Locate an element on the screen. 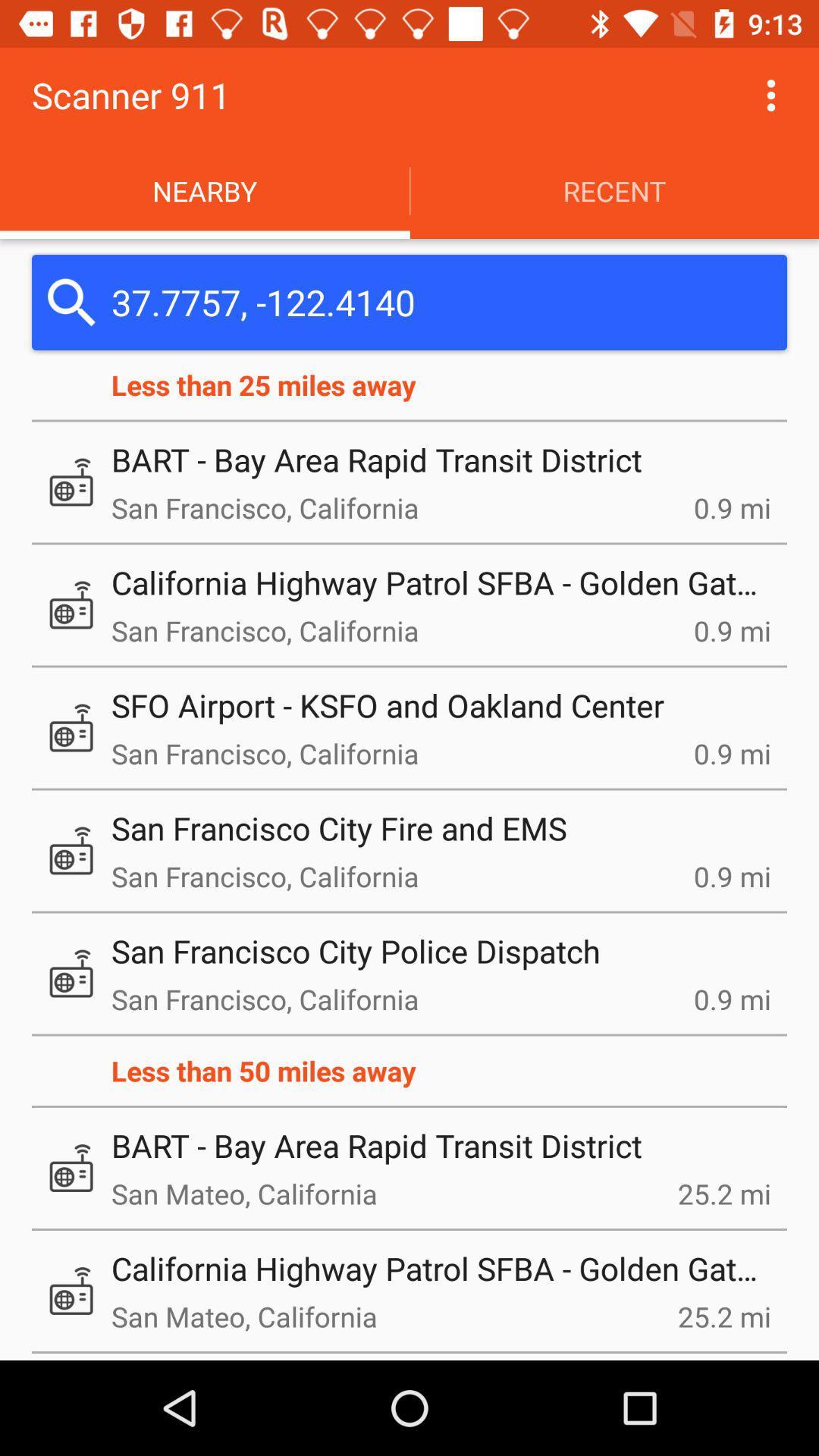 Image resolution: width=819 pixels, height=1456 pixels. drop down menu is located at coordinates (771, 94).